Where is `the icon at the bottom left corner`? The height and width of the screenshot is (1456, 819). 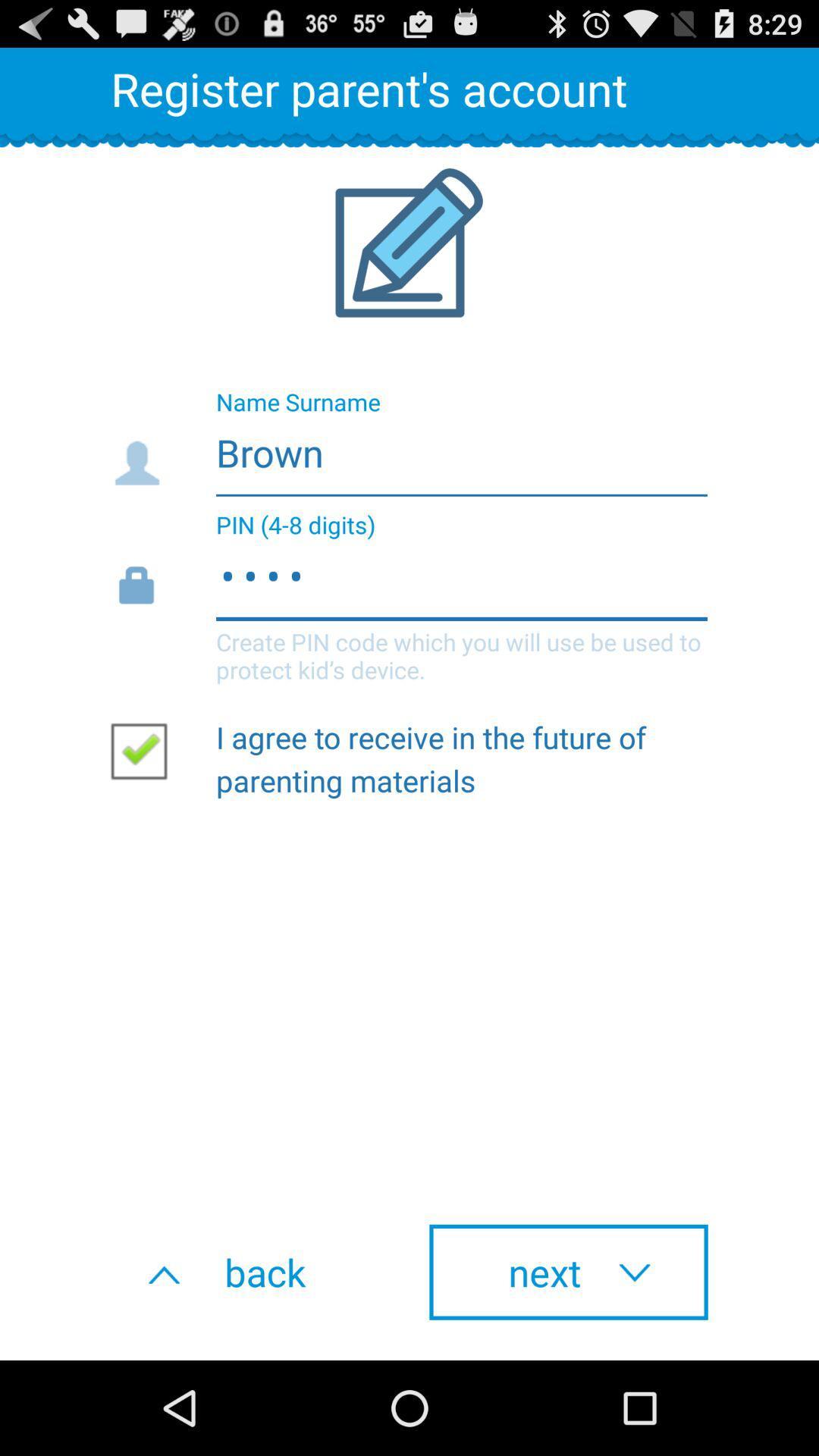
the icon at the bottom left corner is located at coordinates (249, 1272).